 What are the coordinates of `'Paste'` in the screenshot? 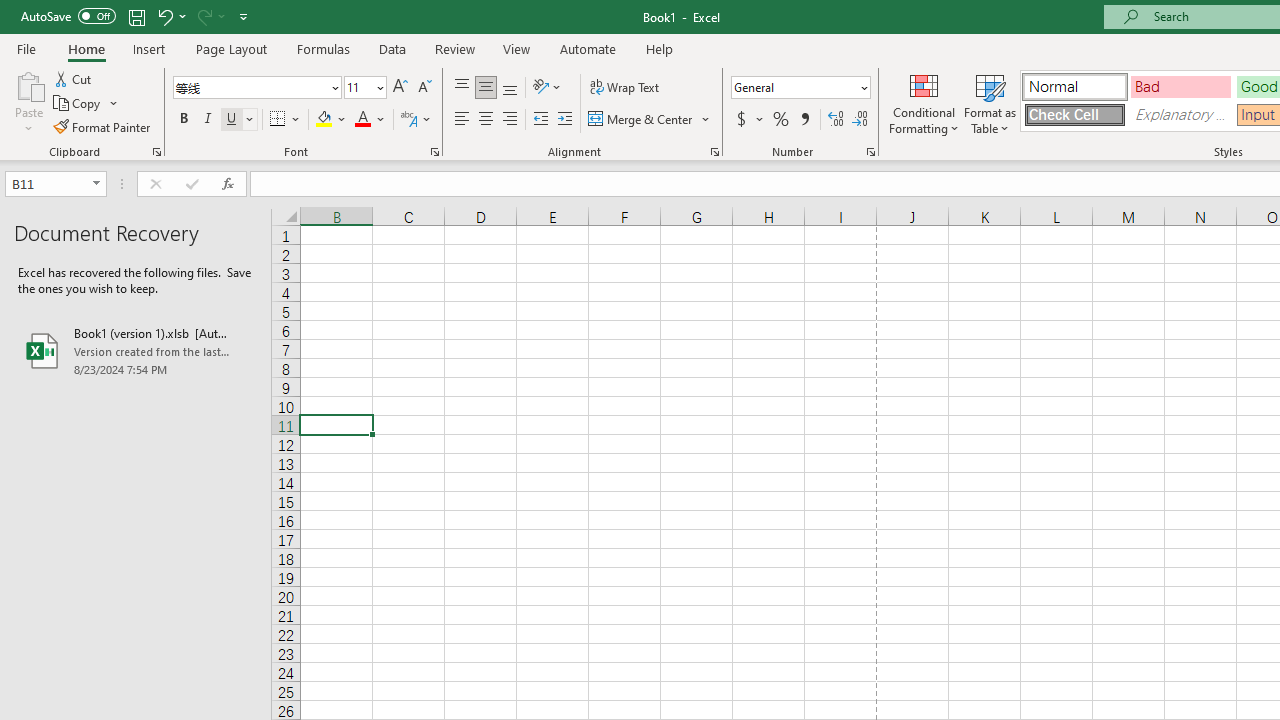 It's located at (28, 84).